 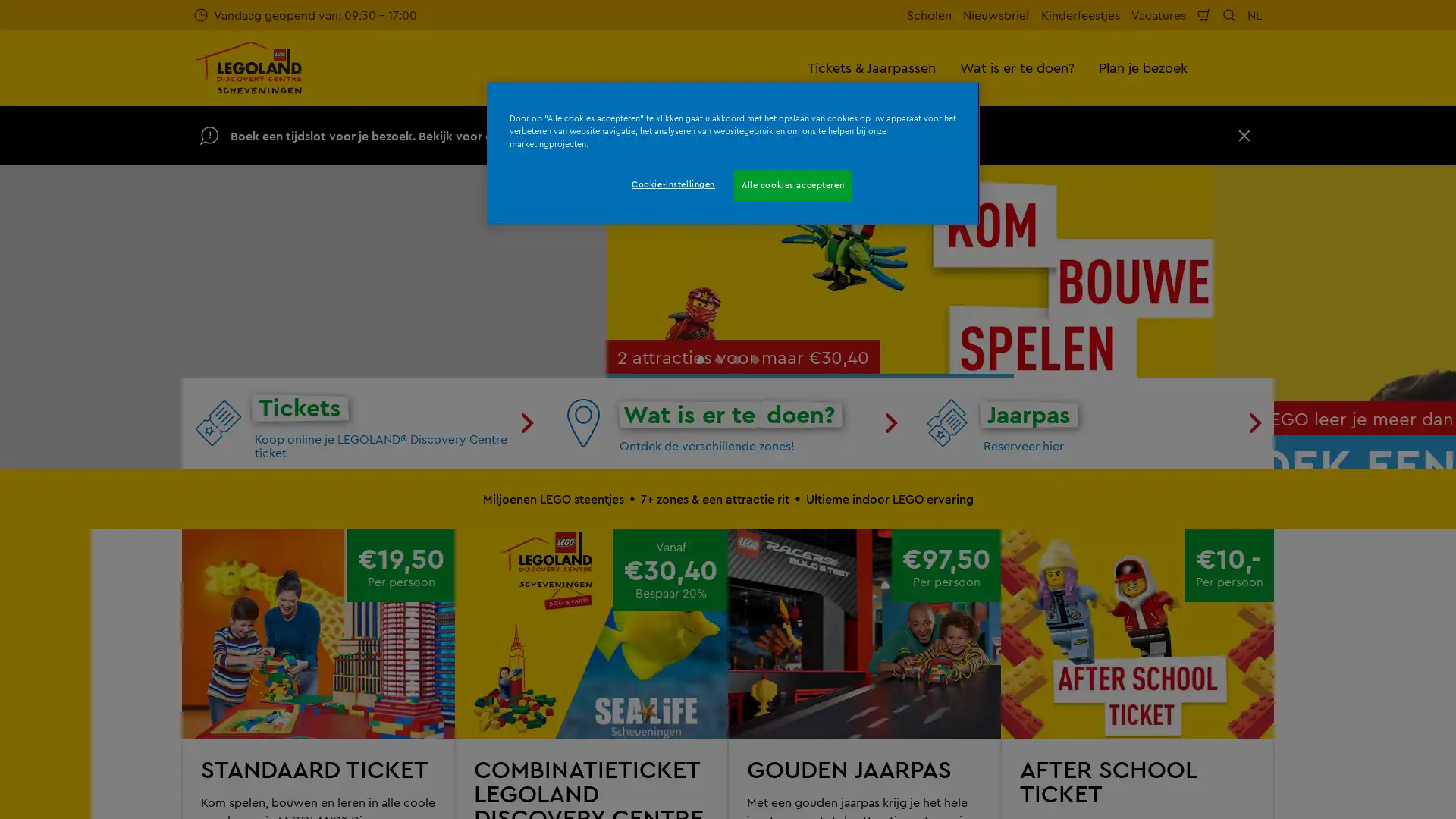 What do you see at coordinates (1229, 14) in the screenshot?
I see `Zoeken` at bounding box center [1229, 14].